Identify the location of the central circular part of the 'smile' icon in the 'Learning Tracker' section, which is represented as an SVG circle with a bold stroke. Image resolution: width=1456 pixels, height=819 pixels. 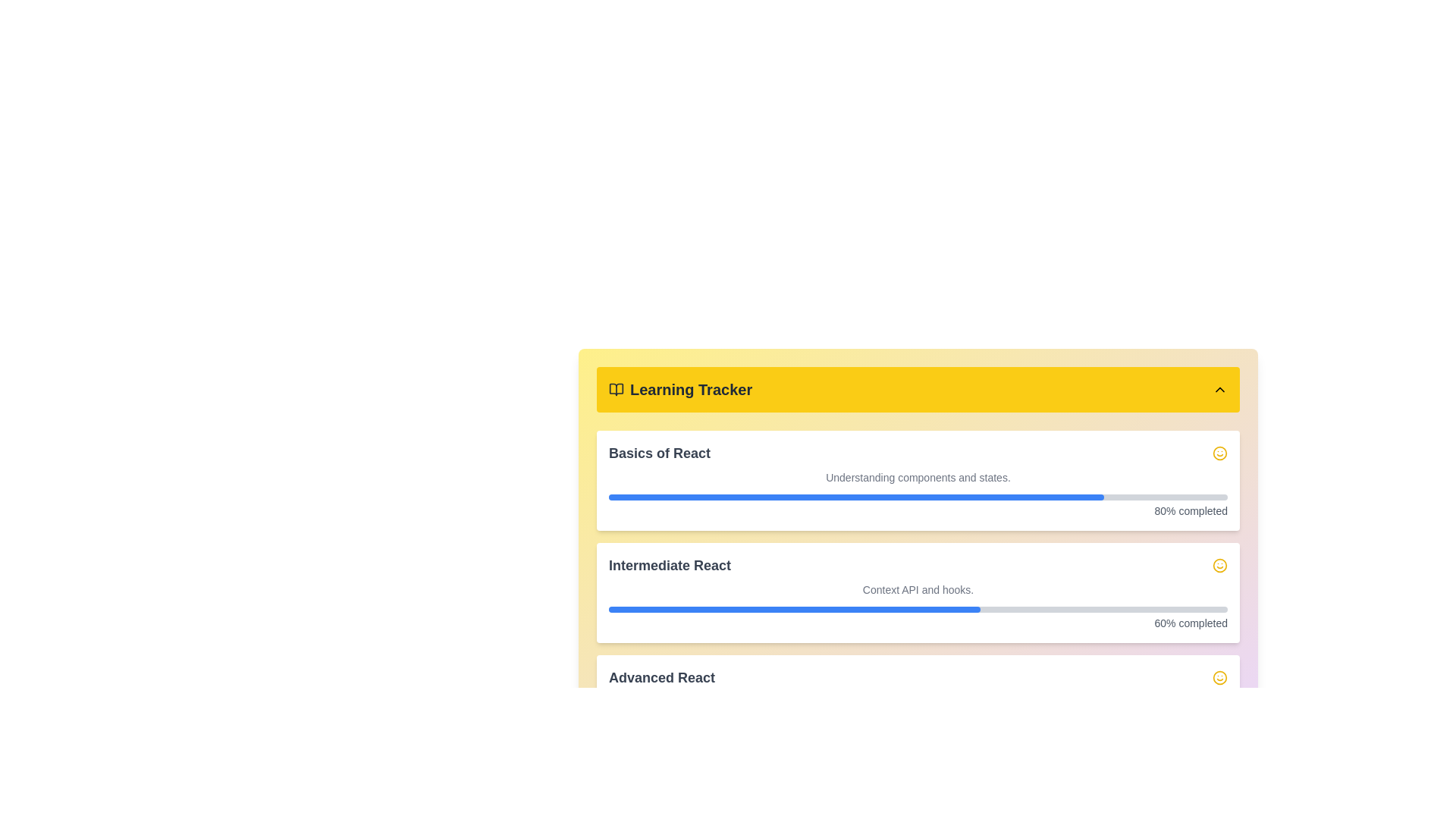
(1219, 677).